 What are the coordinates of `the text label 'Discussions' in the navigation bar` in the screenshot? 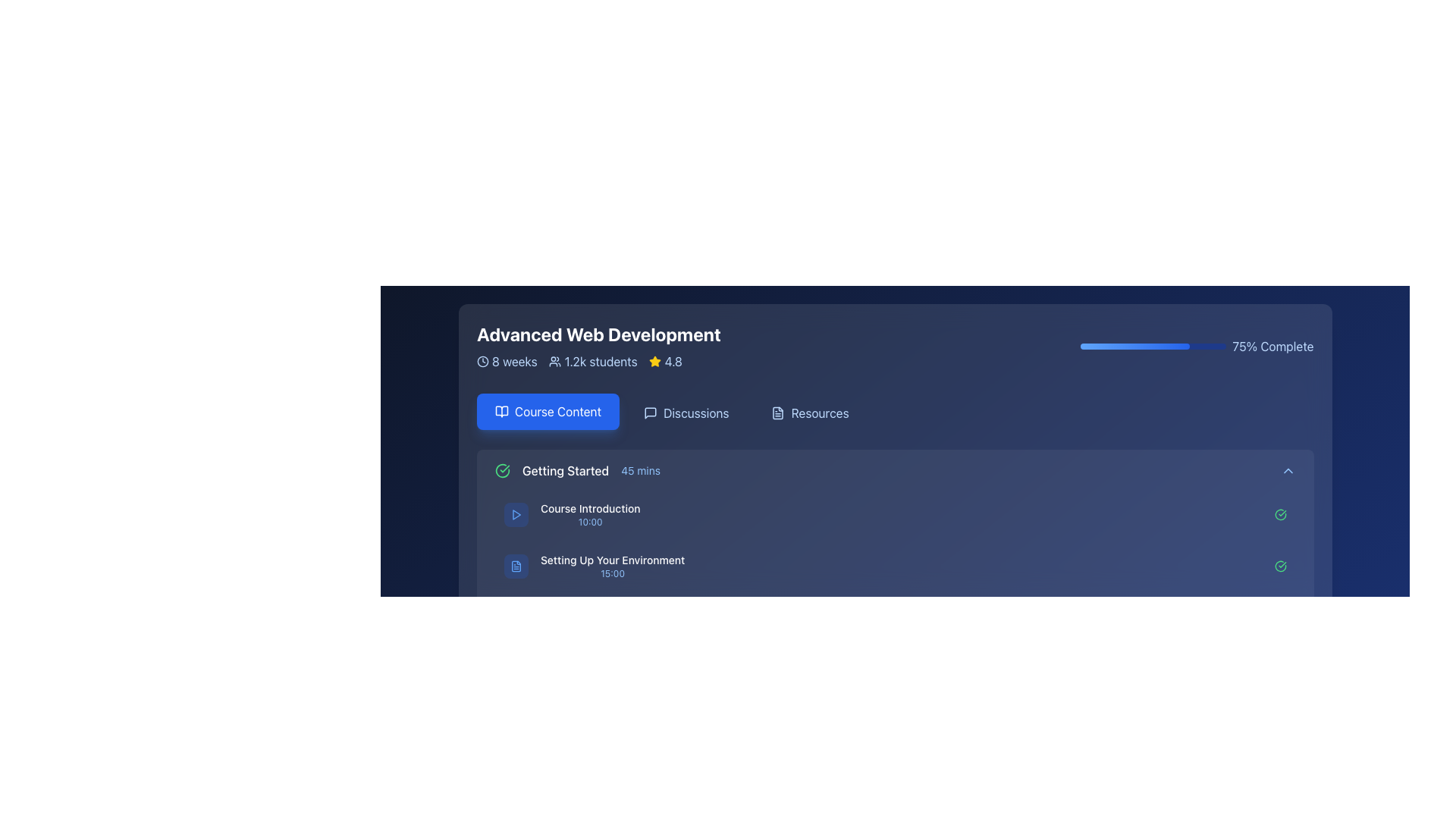 It's located at (695, 413).